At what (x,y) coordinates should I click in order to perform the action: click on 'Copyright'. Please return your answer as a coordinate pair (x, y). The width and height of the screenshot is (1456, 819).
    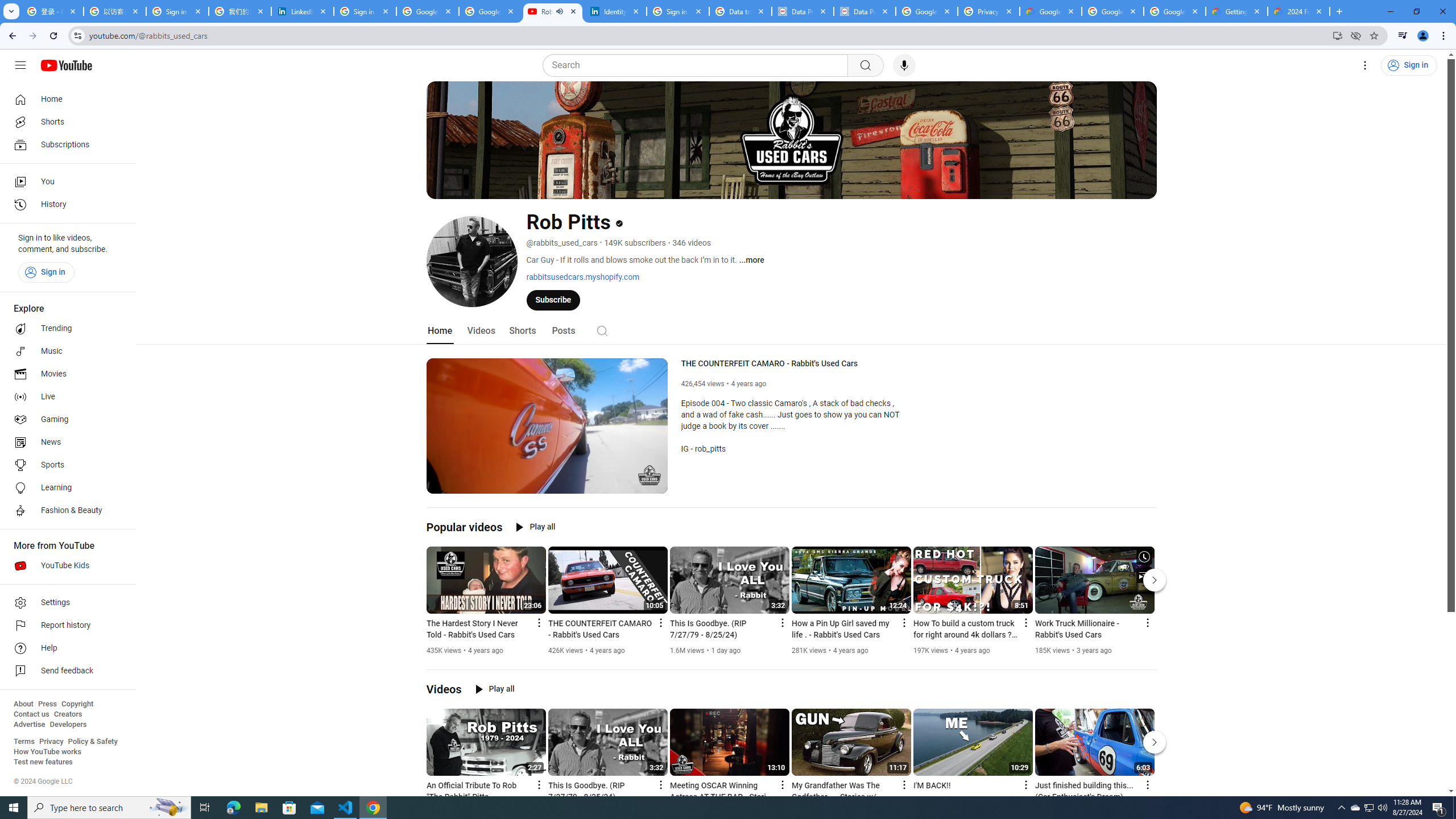
    Looking at the image, I should click on (76, 704).